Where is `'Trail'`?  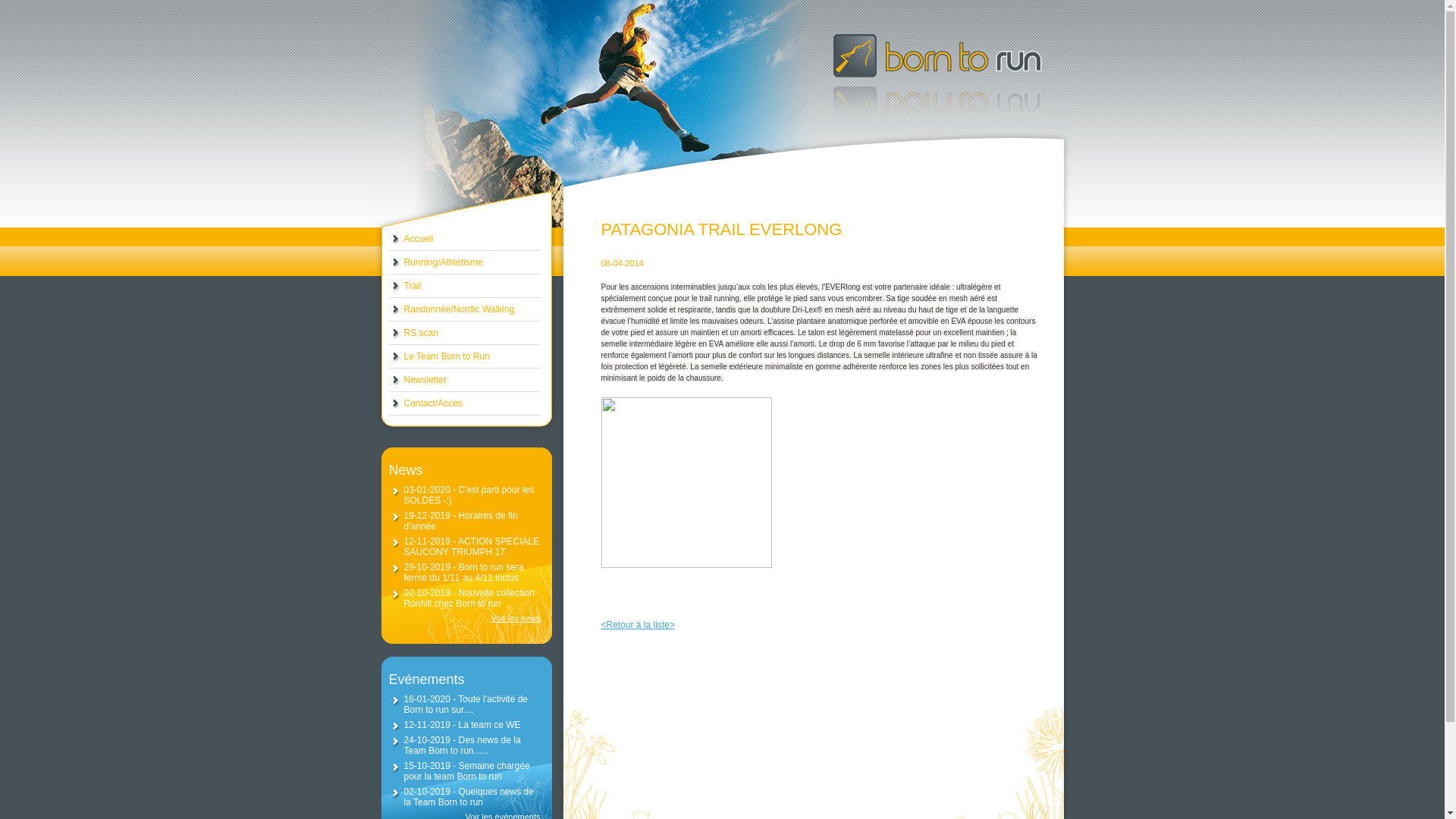 'Trail' is located at coordinates (388, 286).